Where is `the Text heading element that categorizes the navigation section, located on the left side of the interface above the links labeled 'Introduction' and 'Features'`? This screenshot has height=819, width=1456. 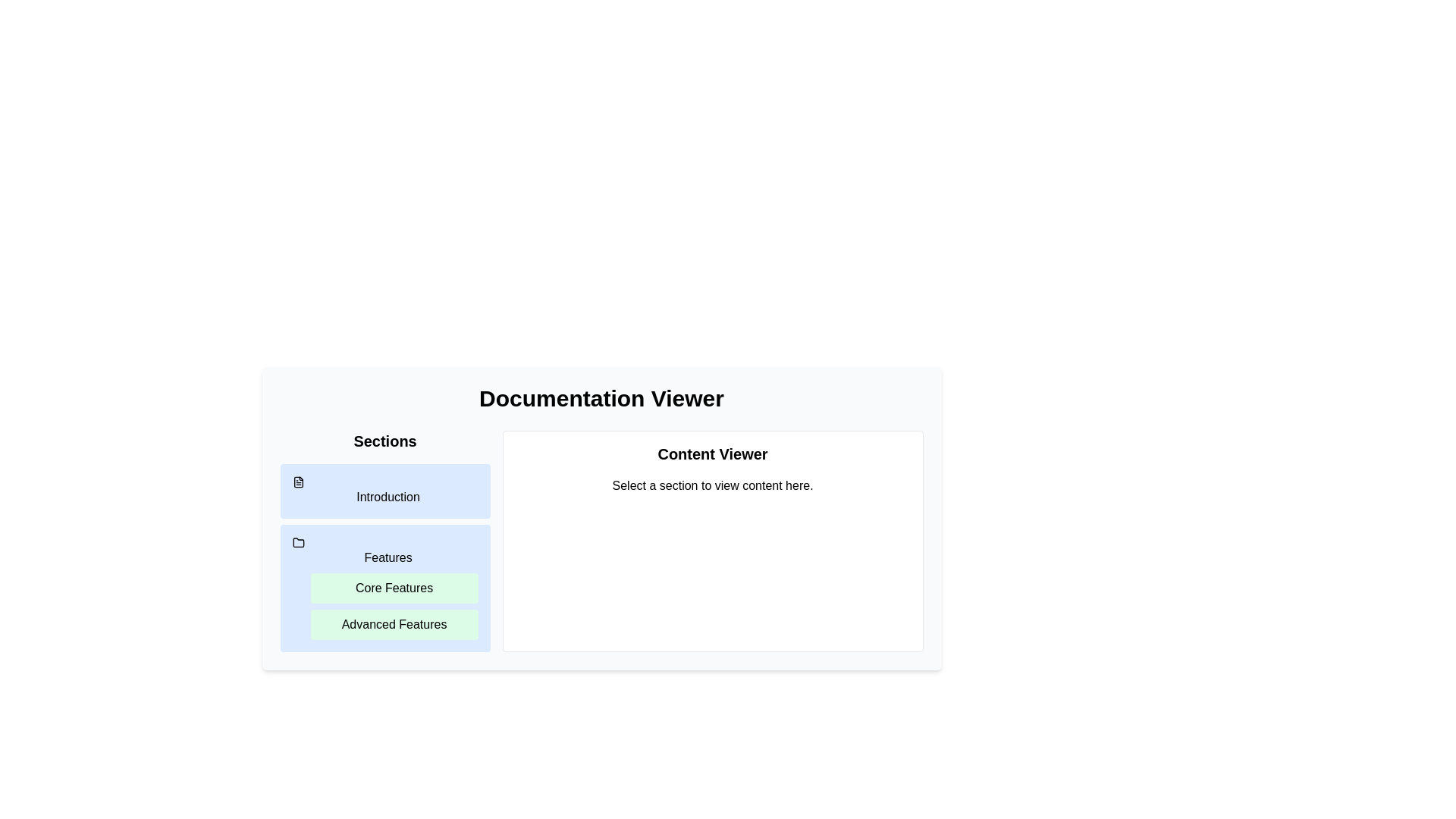
the Text heading element that categorizes the navigation section, located on the left side of the interface above the links labeled 'Introduction' and 'Features' is located at coordinates (385, 441).